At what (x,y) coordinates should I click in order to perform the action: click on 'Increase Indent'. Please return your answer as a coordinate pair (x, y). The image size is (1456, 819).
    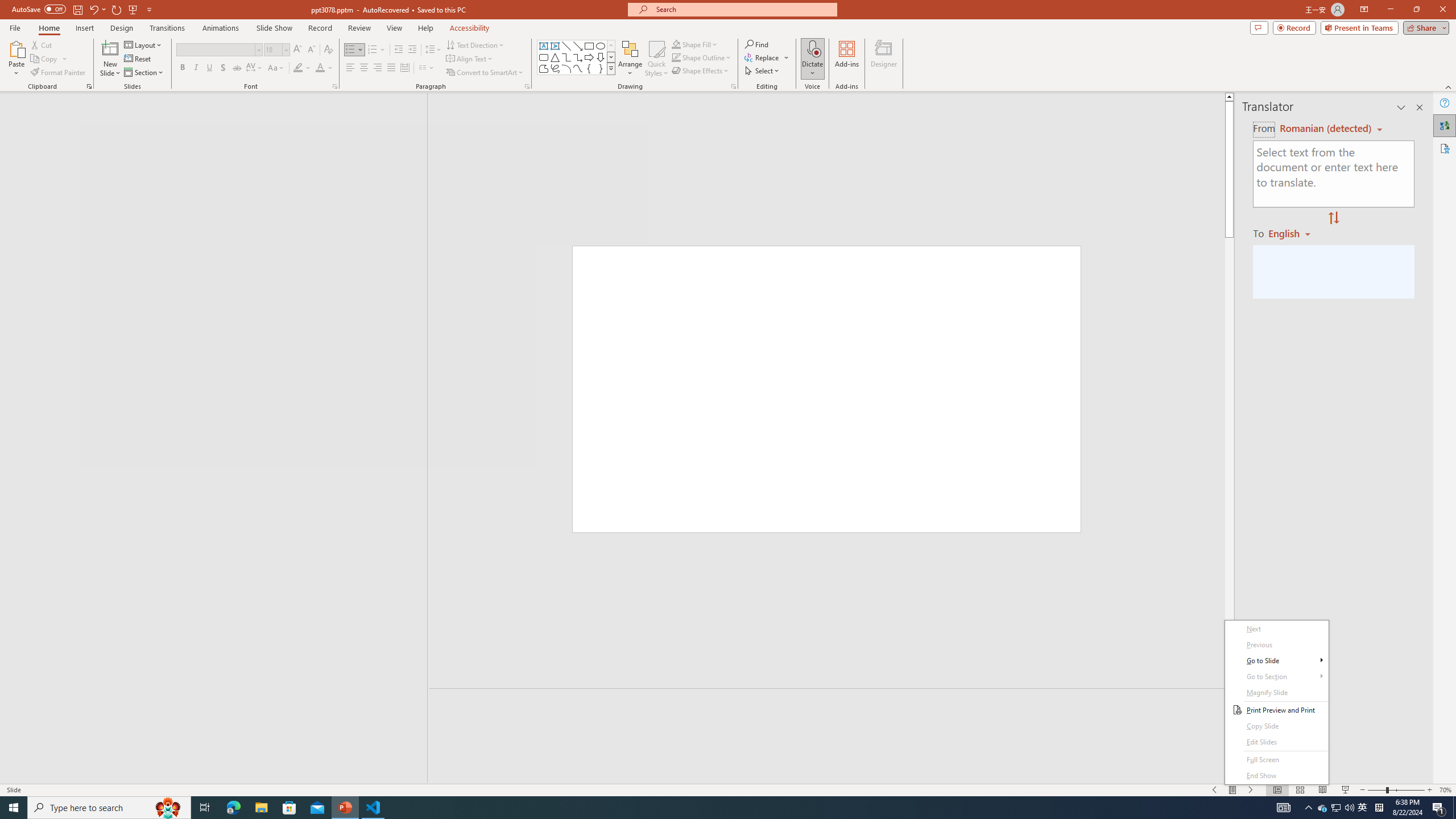
    Looking at the image, I should click on (412, 49).